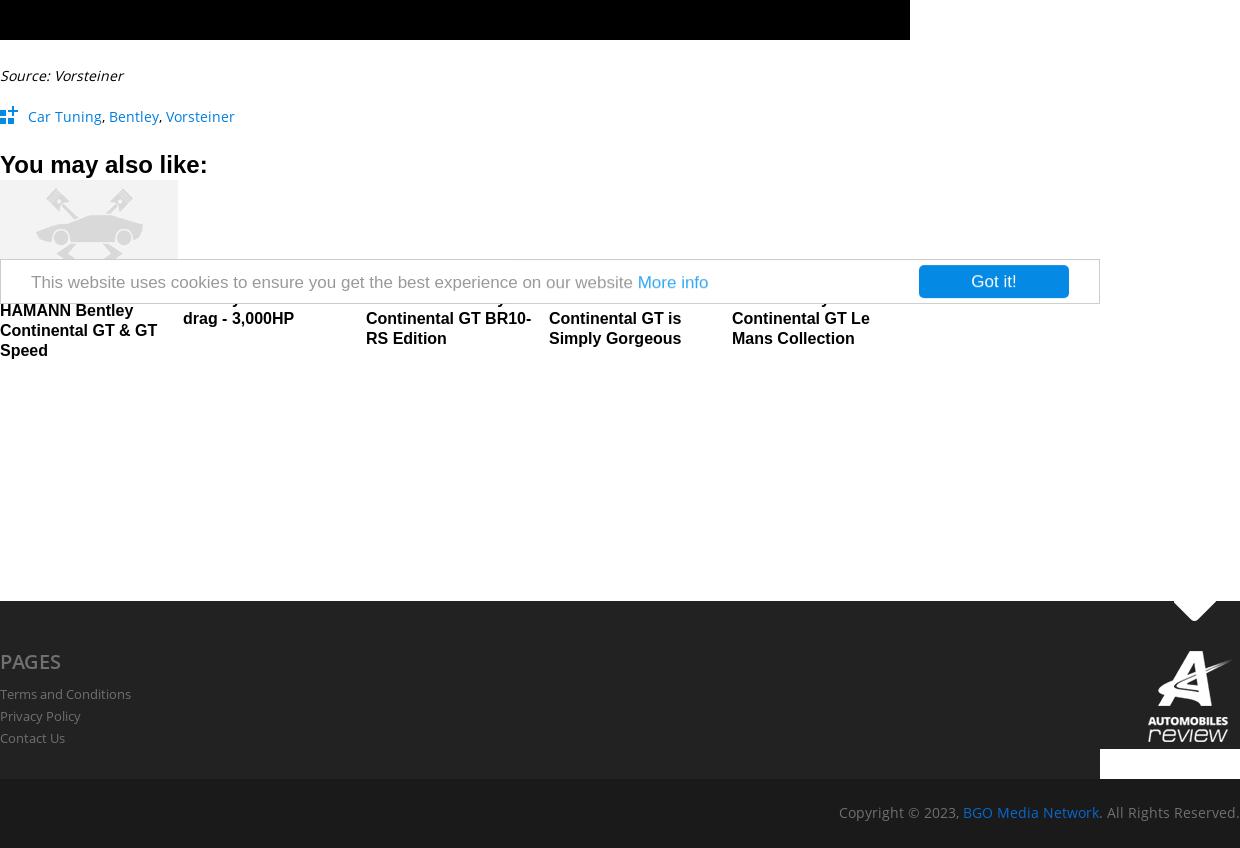 This screenshot has height=848, width=1240. I want to click on 'Bentley Continental GT drag - 3,000HP', so click(270, 308).